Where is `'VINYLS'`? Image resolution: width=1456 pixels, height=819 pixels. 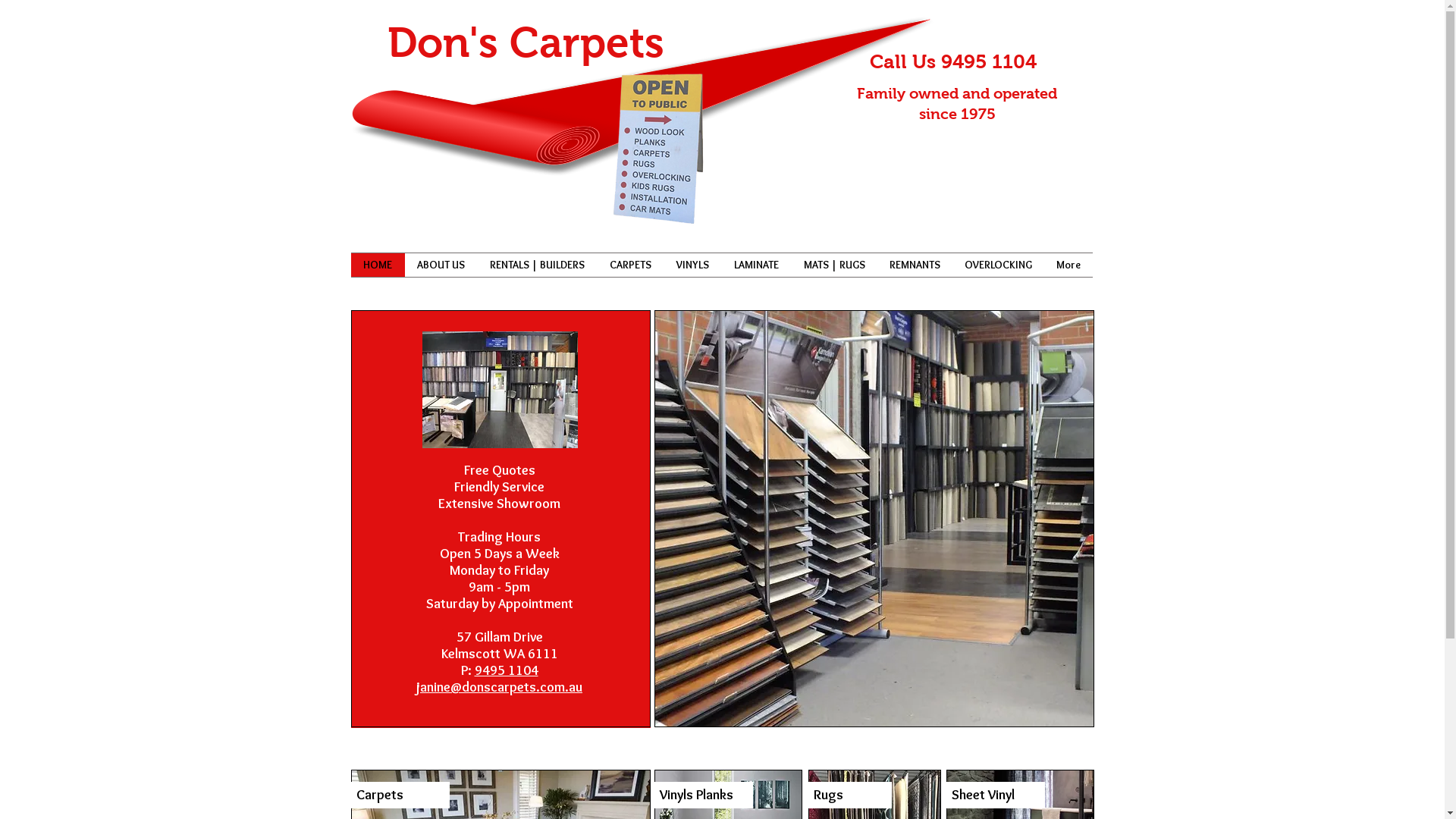
'VINYLS' is located at coordinates (692, 264).